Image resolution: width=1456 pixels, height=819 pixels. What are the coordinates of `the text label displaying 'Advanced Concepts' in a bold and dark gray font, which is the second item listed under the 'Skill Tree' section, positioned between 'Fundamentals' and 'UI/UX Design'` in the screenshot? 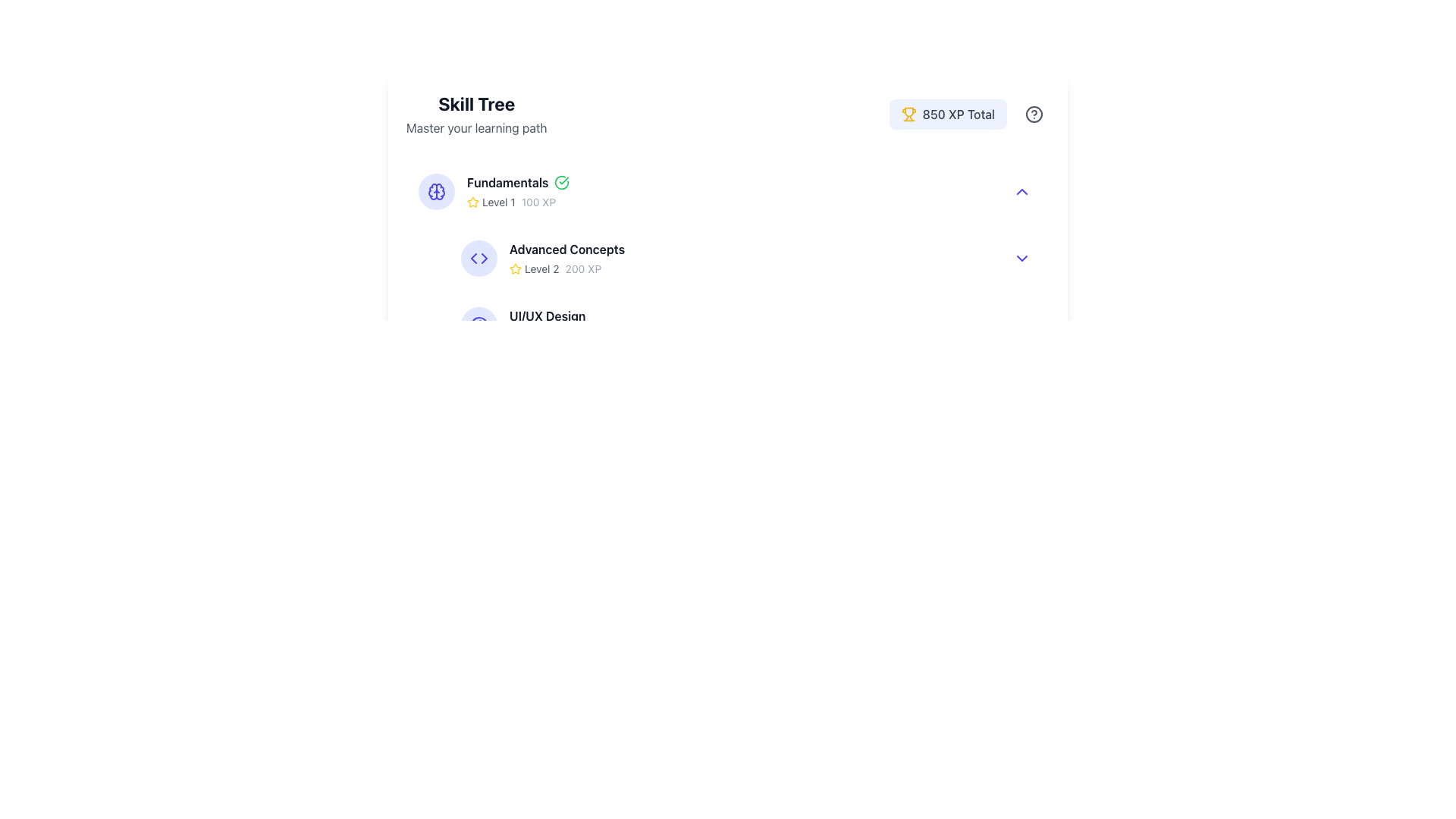 It's located at (566, 248).